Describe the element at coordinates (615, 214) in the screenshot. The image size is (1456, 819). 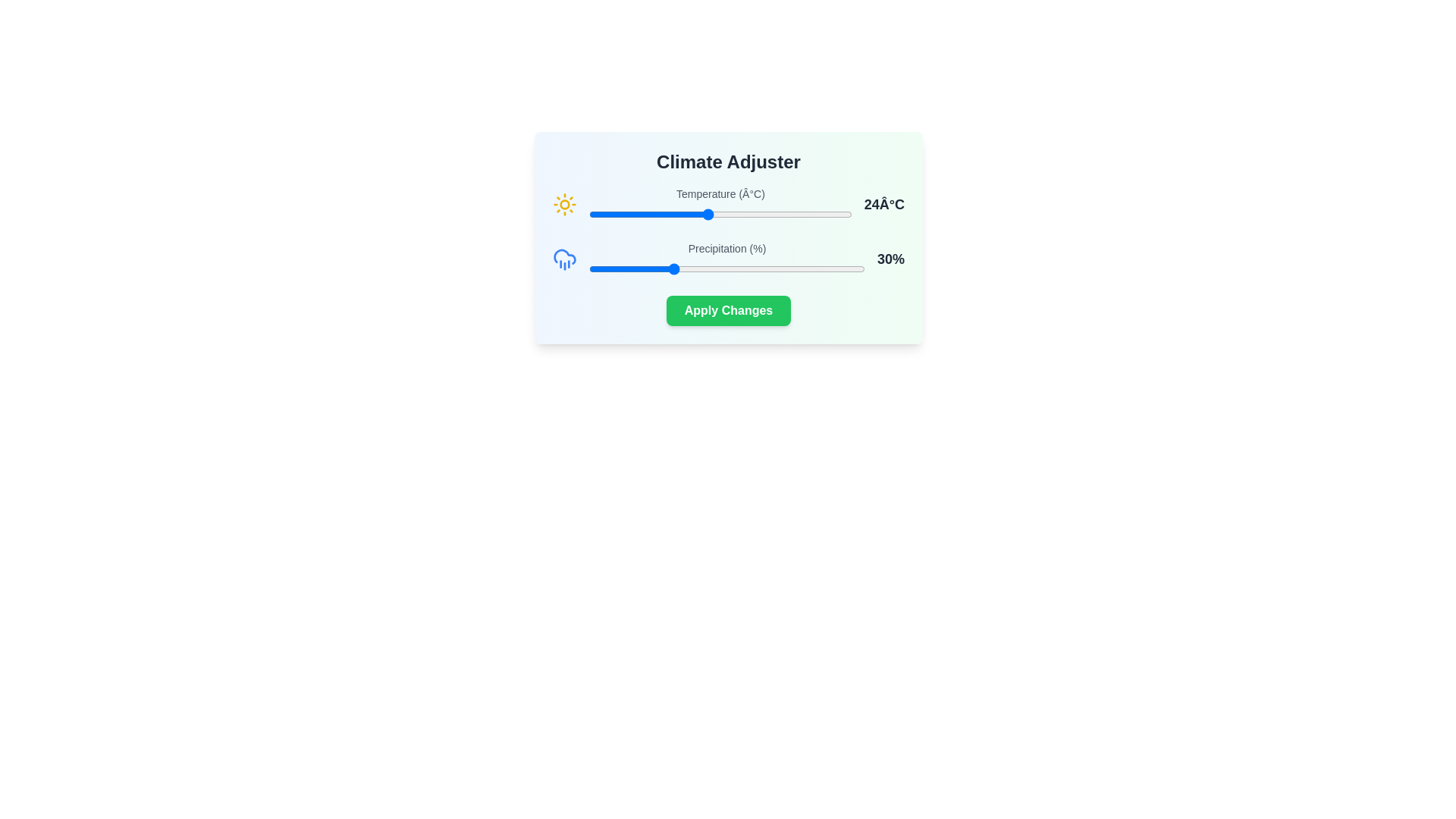
I see `the temperature slider to 17°C` at that location.